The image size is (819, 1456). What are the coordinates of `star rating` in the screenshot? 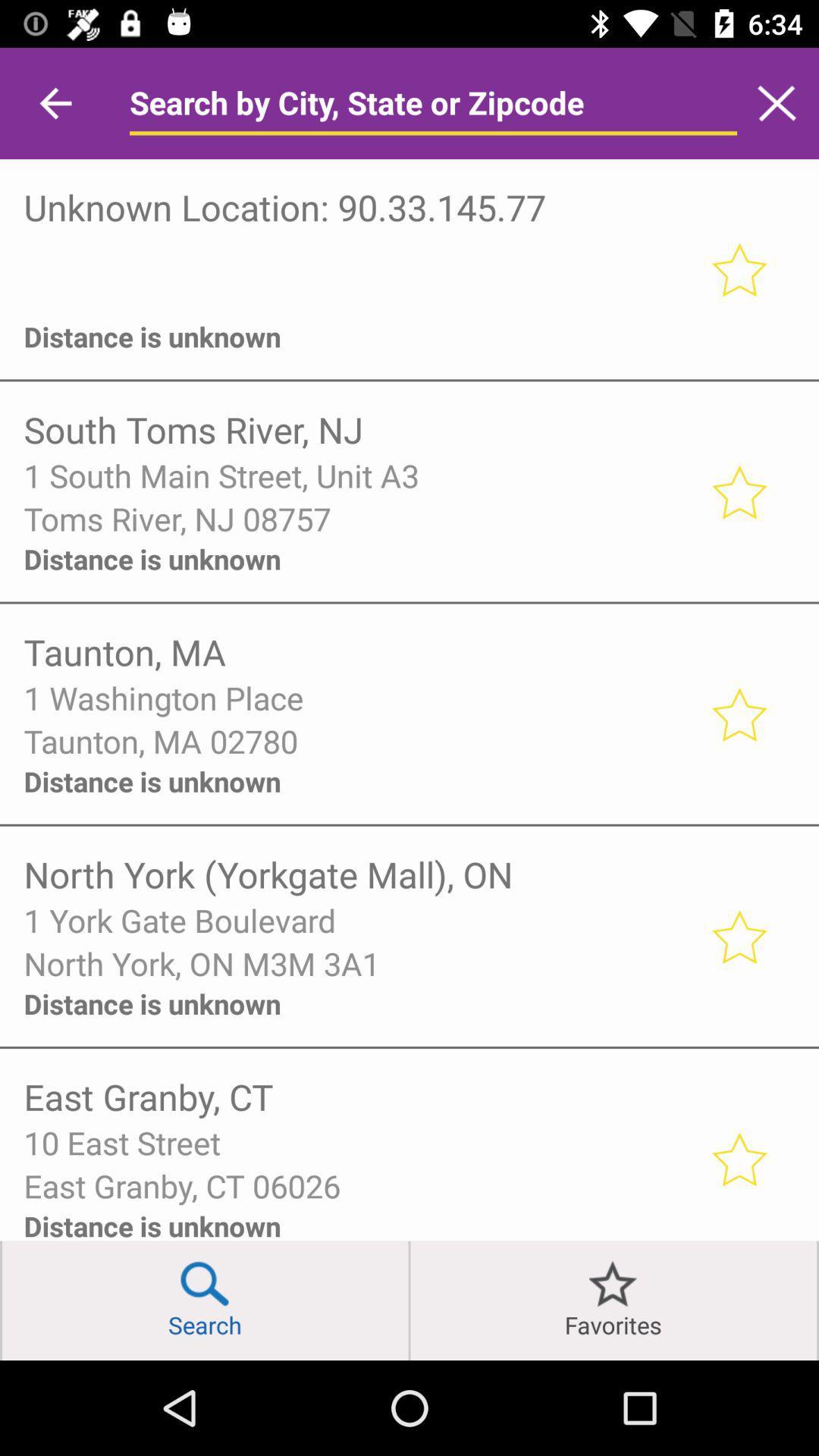 It's located at (738, 491).